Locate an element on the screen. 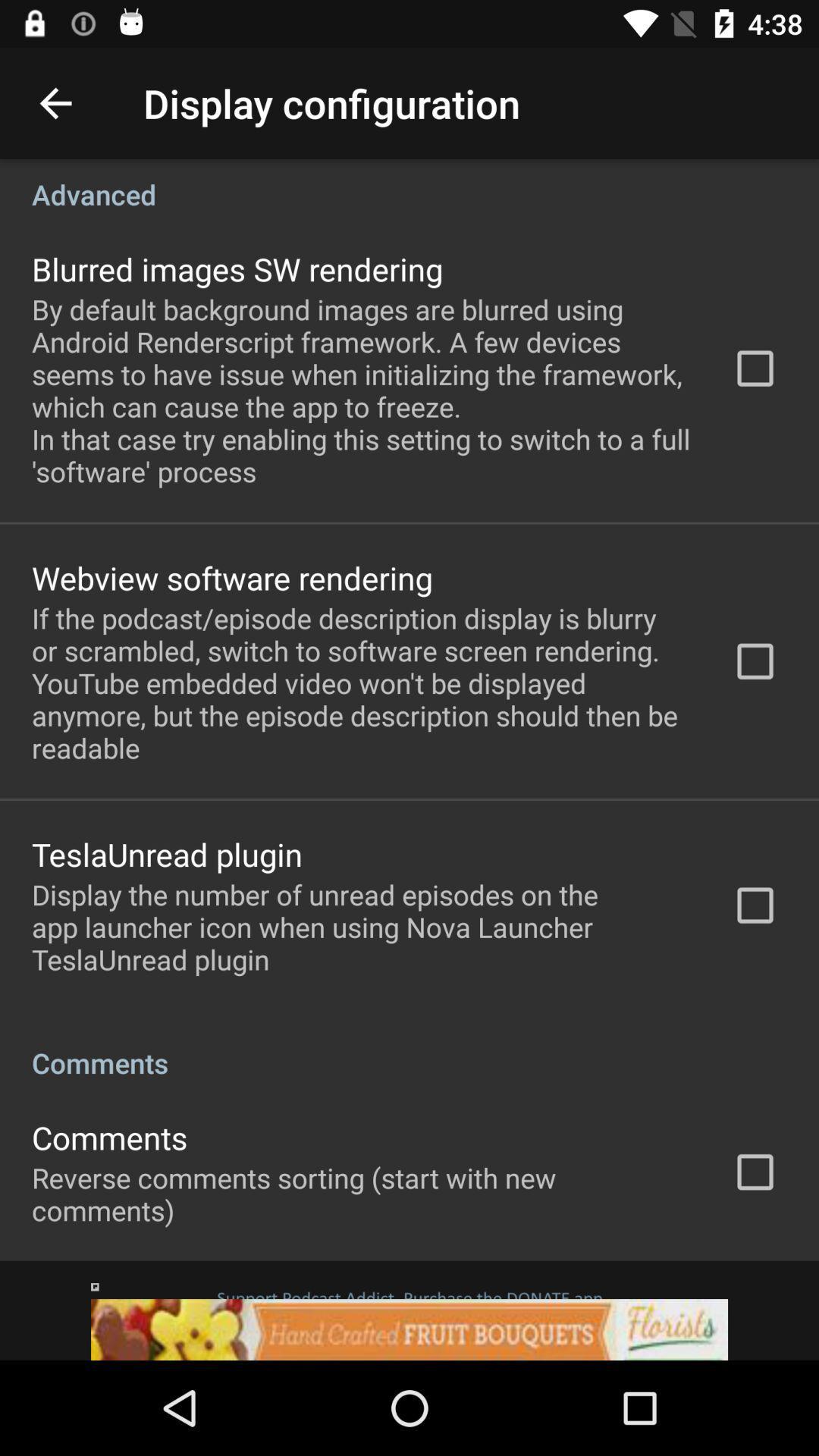 This screenshot has height=1456, width=819. click on advertisement is located at coordinates (409, 1310).